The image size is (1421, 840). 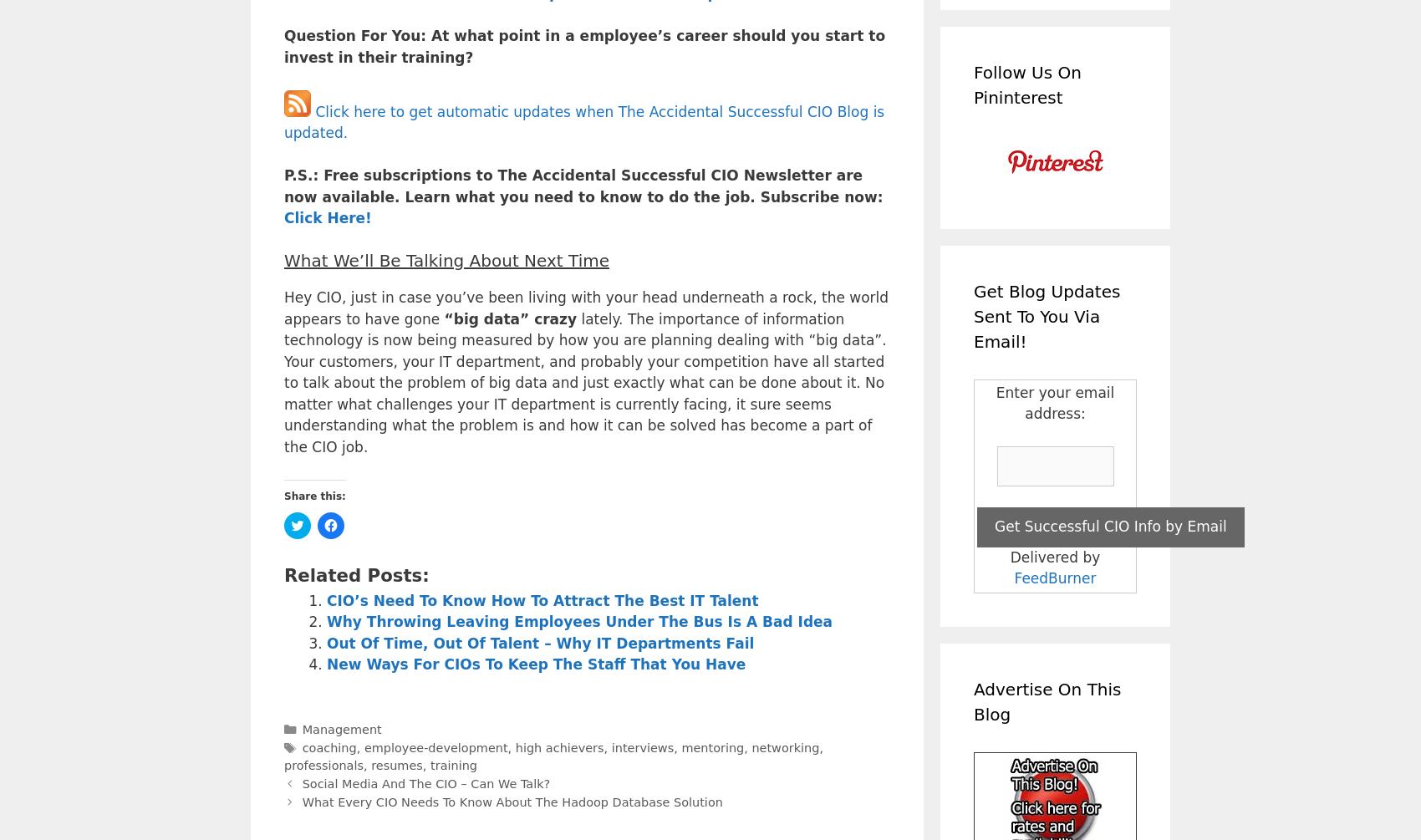 I want to click on 'What We’ll Be Talking About Next Time', so click(x=283, y=259).